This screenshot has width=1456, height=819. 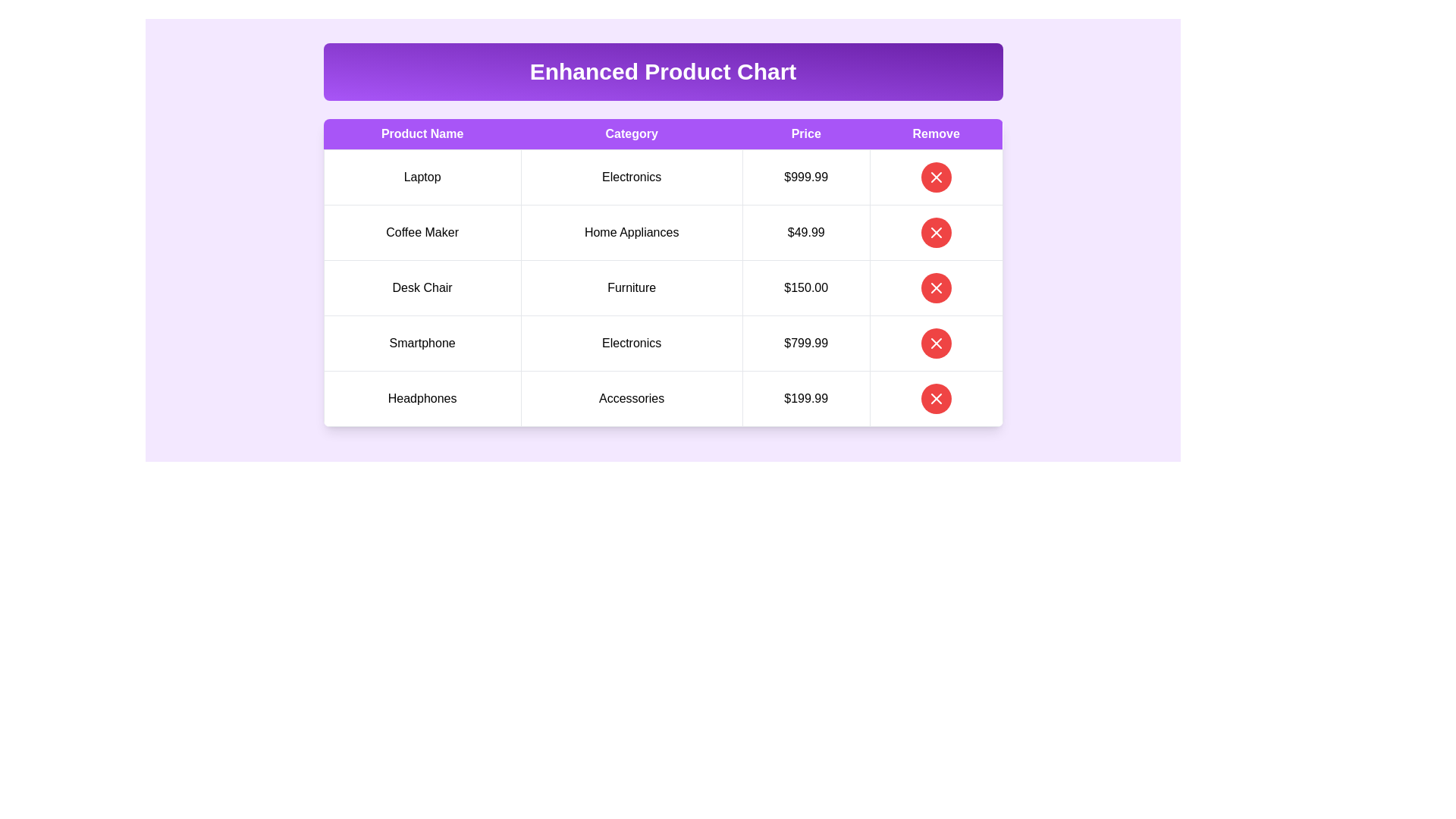 What do you see at coordinates (805, 288) in the screenshot?
I see `the static text element displaying the price for 'Desk Chair' in the 'Price' column of the product table` at bounding box center [805, 288].